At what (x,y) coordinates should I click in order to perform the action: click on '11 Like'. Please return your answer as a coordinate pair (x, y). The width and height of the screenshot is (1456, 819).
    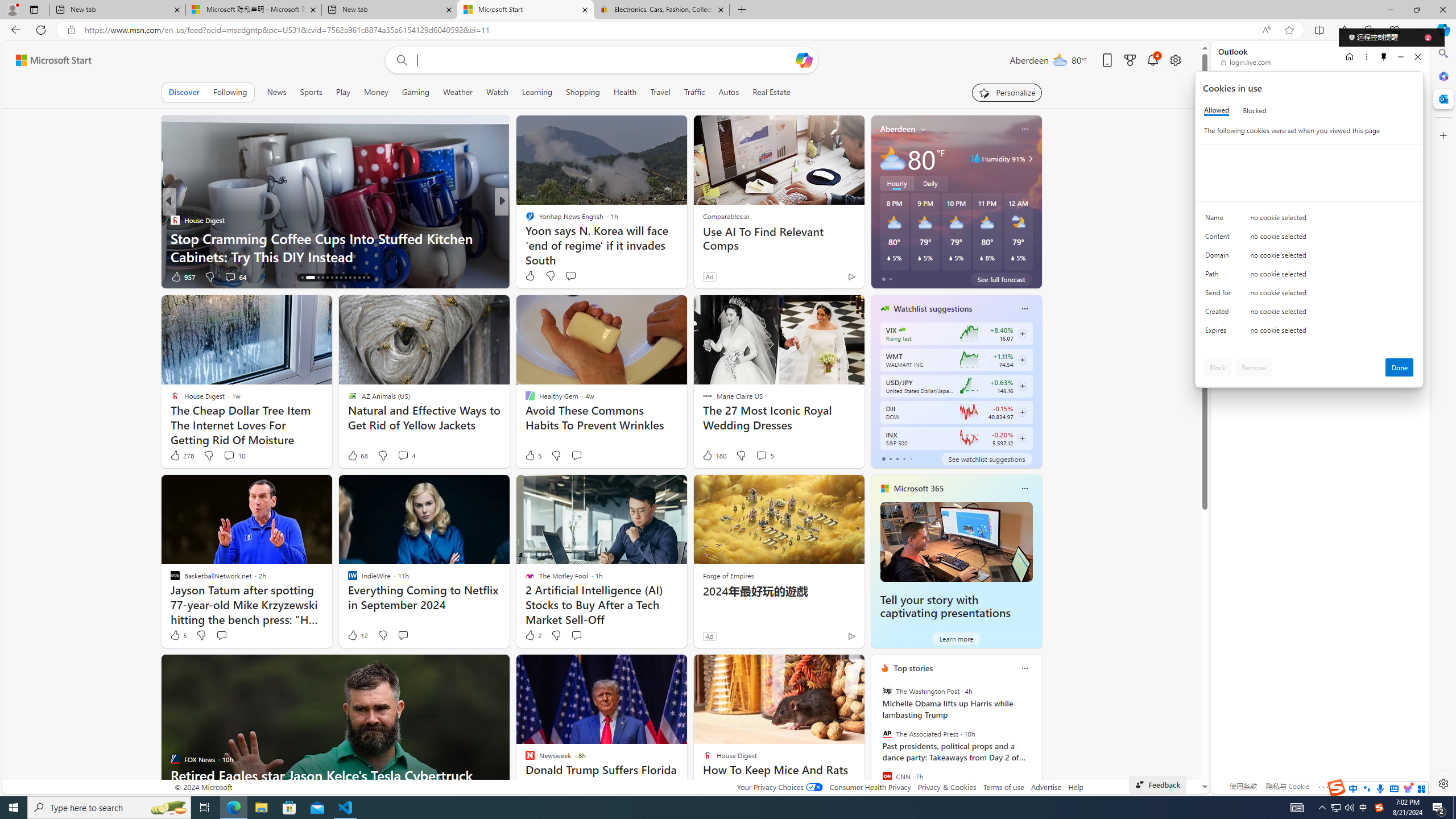
    Looking at the image, I should click on (531, 276).